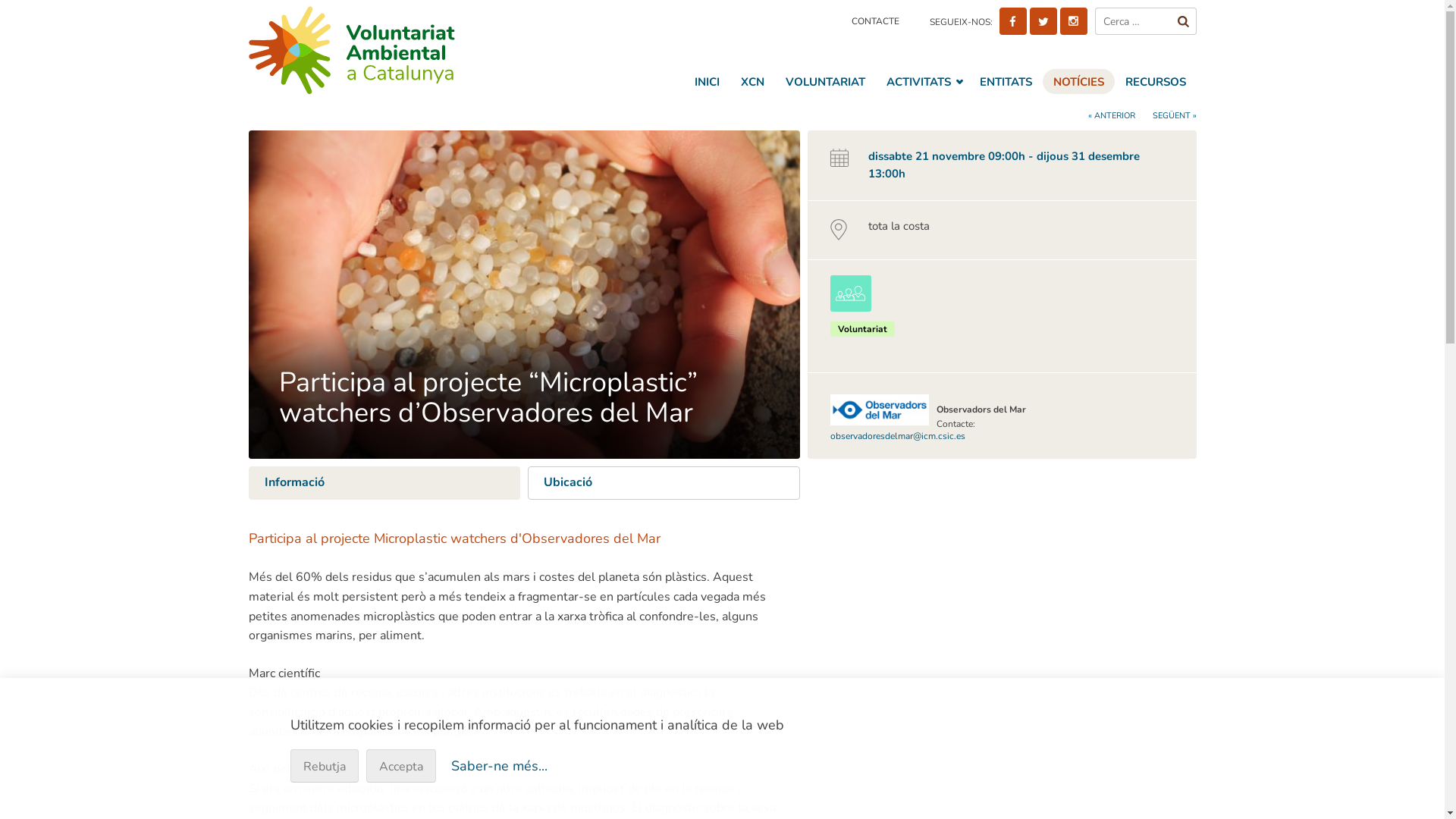  I want to click on 'RECURSOS', so click(1114, 81).